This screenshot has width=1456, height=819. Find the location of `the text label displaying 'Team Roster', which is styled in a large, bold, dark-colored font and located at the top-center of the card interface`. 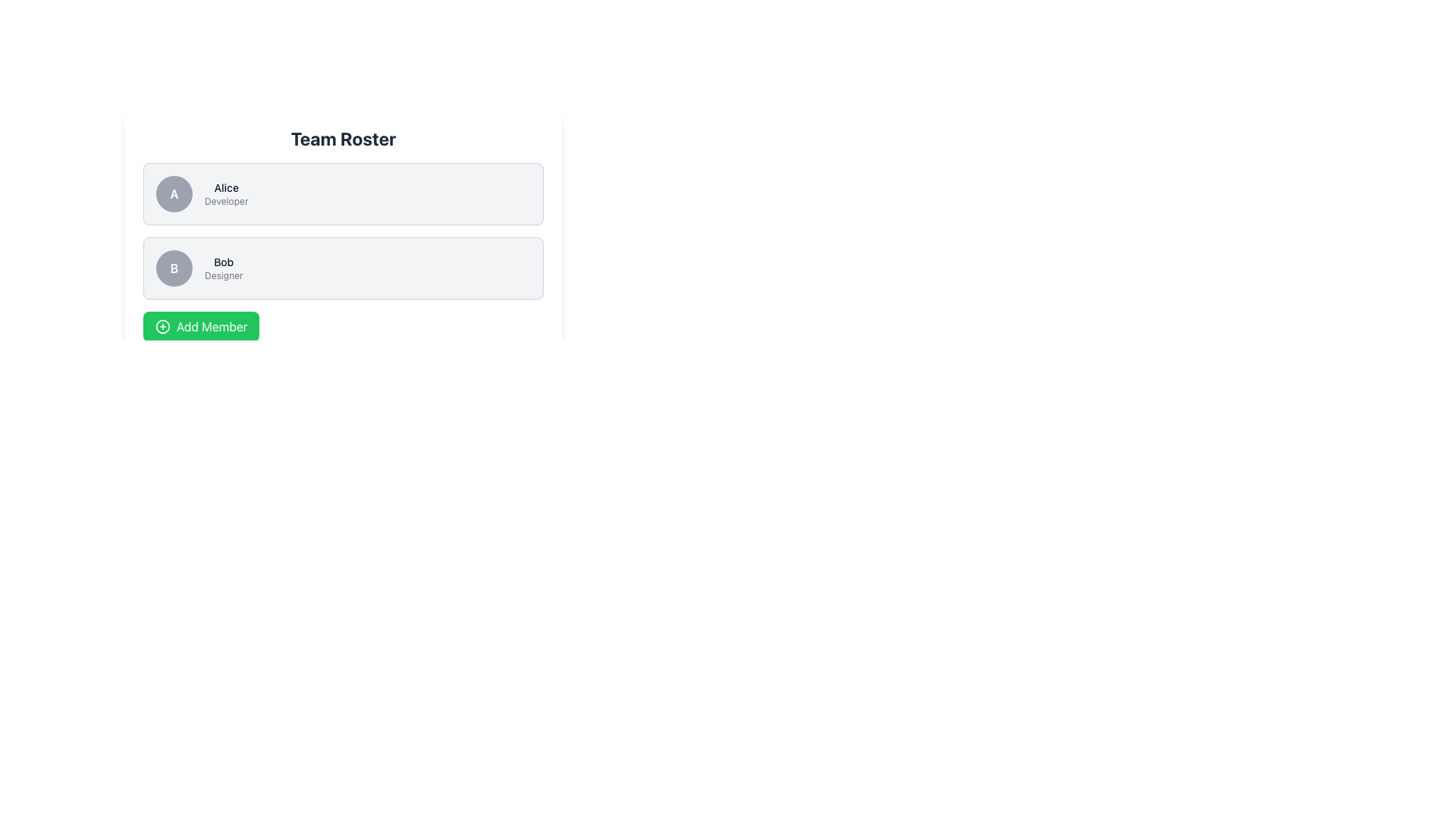

the text label displaying 'Team Roster', which is styled in a large, bold, dark-colored font and located at the top-center of the card interface is located at coordinates (342, 138).